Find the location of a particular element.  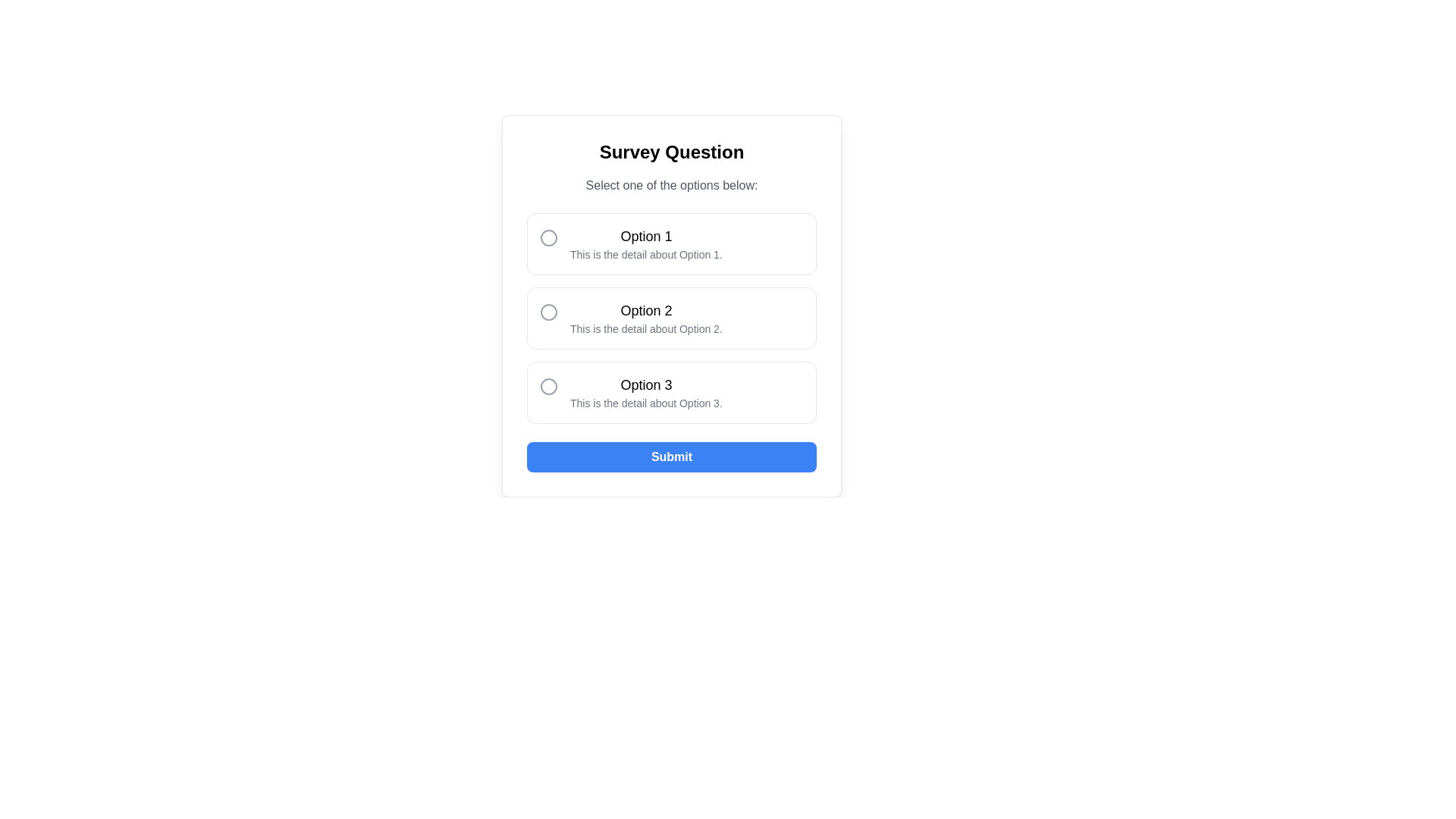

the text label that reads 'This is the detail about Option 2.' which is located below the heading for Option 2 in the survey options list is located at coordinates (646, 328).